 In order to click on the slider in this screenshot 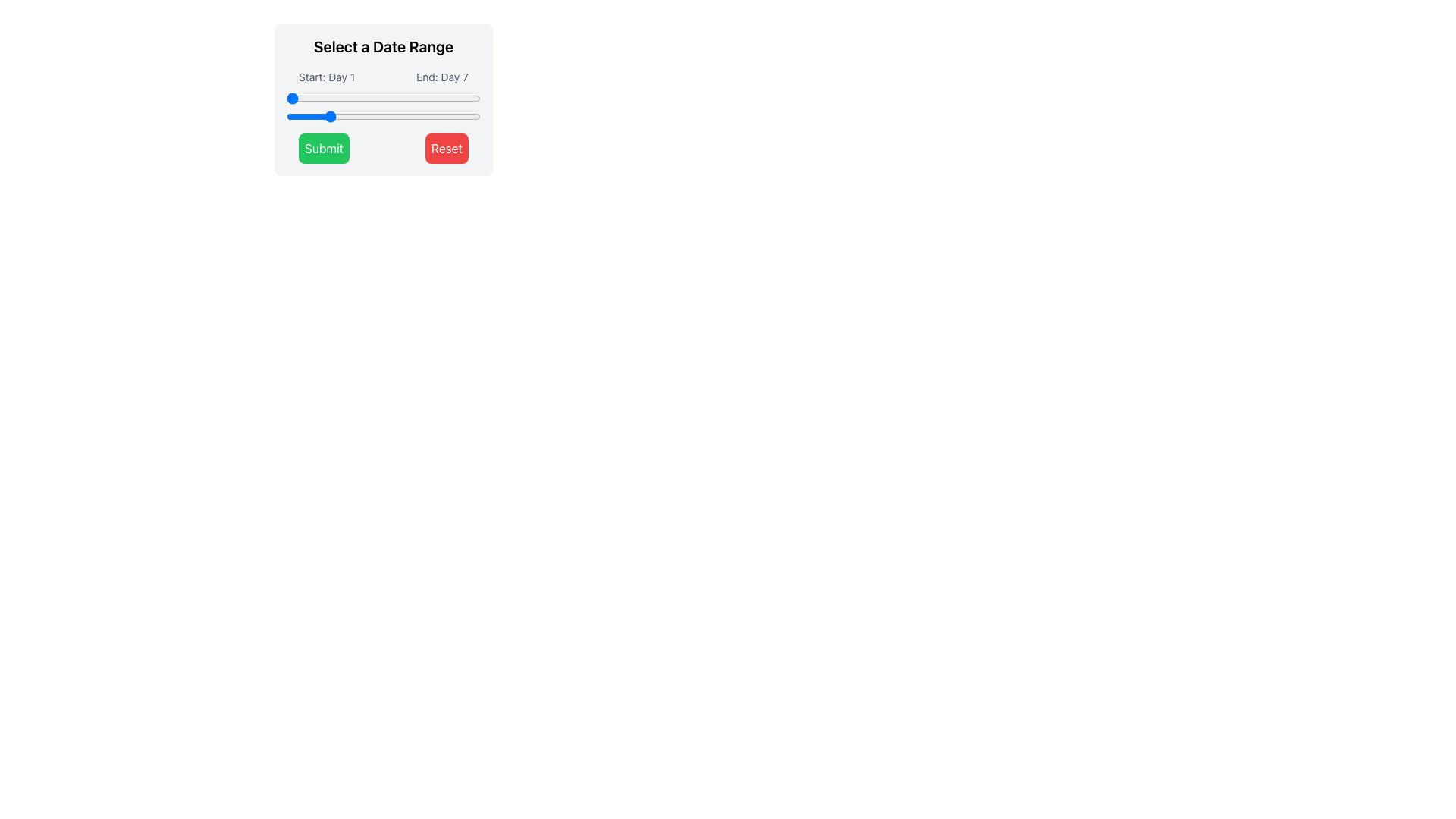, I will do `click(439, 99)`.